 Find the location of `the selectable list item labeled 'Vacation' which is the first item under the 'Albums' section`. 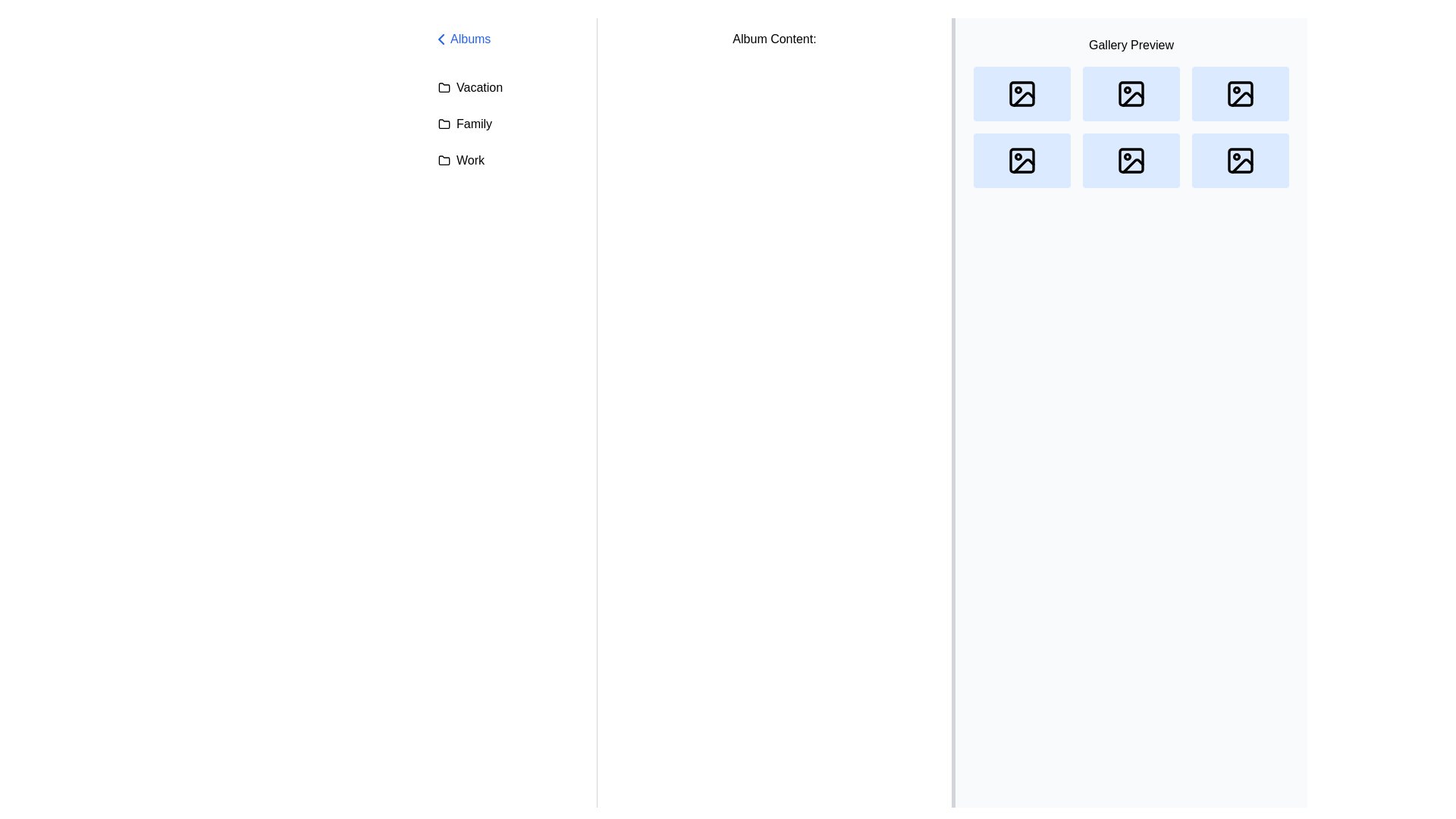

the selectable list item labeled 'Vacation' which is the first item under the 'Albums' section is located at coordinates (508, 87).